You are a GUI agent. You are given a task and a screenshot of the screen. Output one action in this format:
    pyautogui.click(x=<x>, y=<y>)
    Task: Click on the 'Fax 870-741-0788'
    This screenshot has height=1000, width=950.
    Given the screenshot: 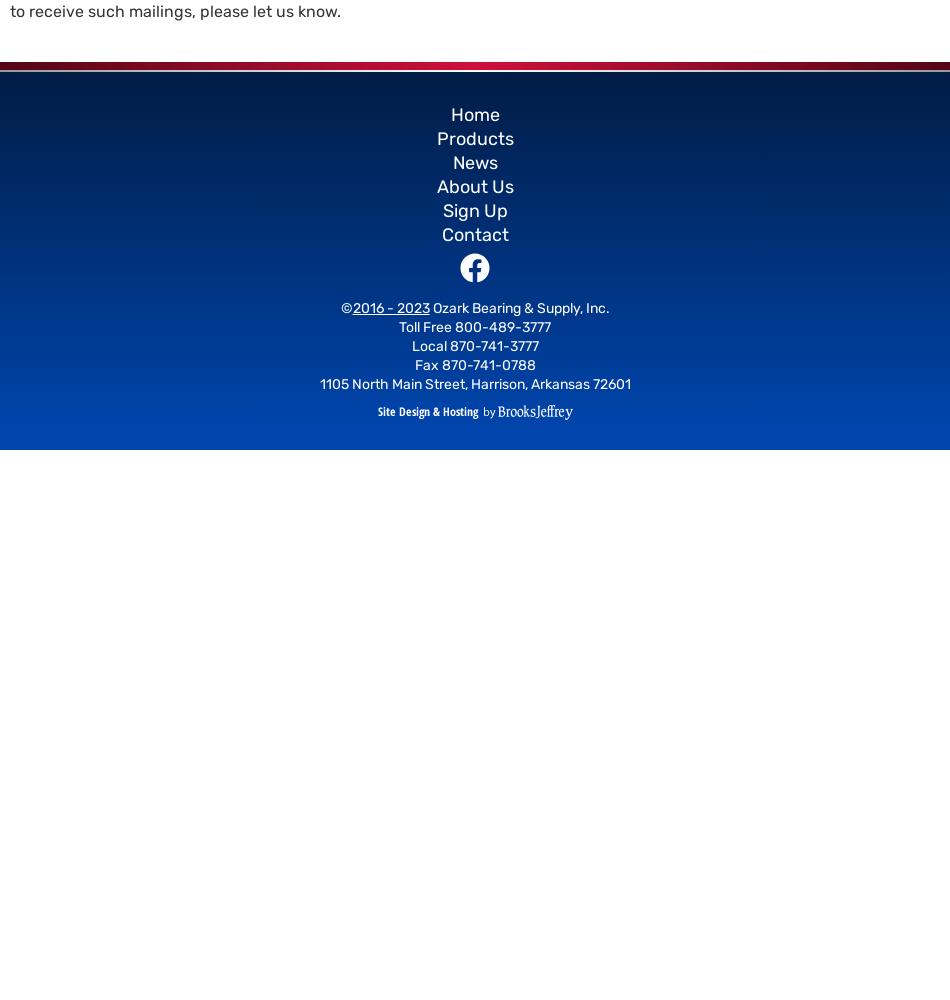 What is the action you would take?
    pyautogui.click(x=413, y=364)
    